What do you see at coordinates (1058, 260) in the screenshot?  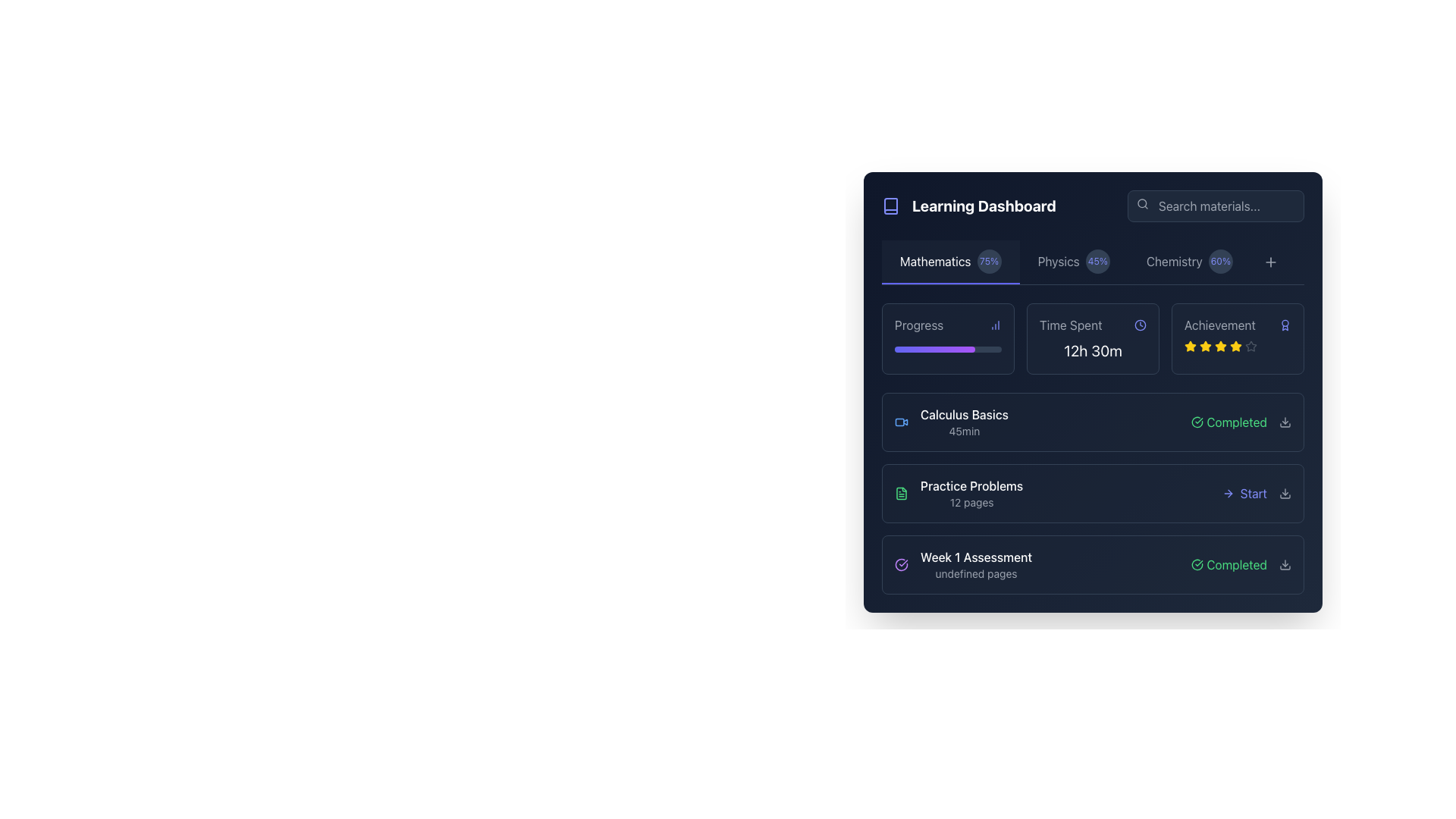 I see `the 'Physics' tab label, which is styled in white on a dark blue background` at bounding box center [1058, 260].